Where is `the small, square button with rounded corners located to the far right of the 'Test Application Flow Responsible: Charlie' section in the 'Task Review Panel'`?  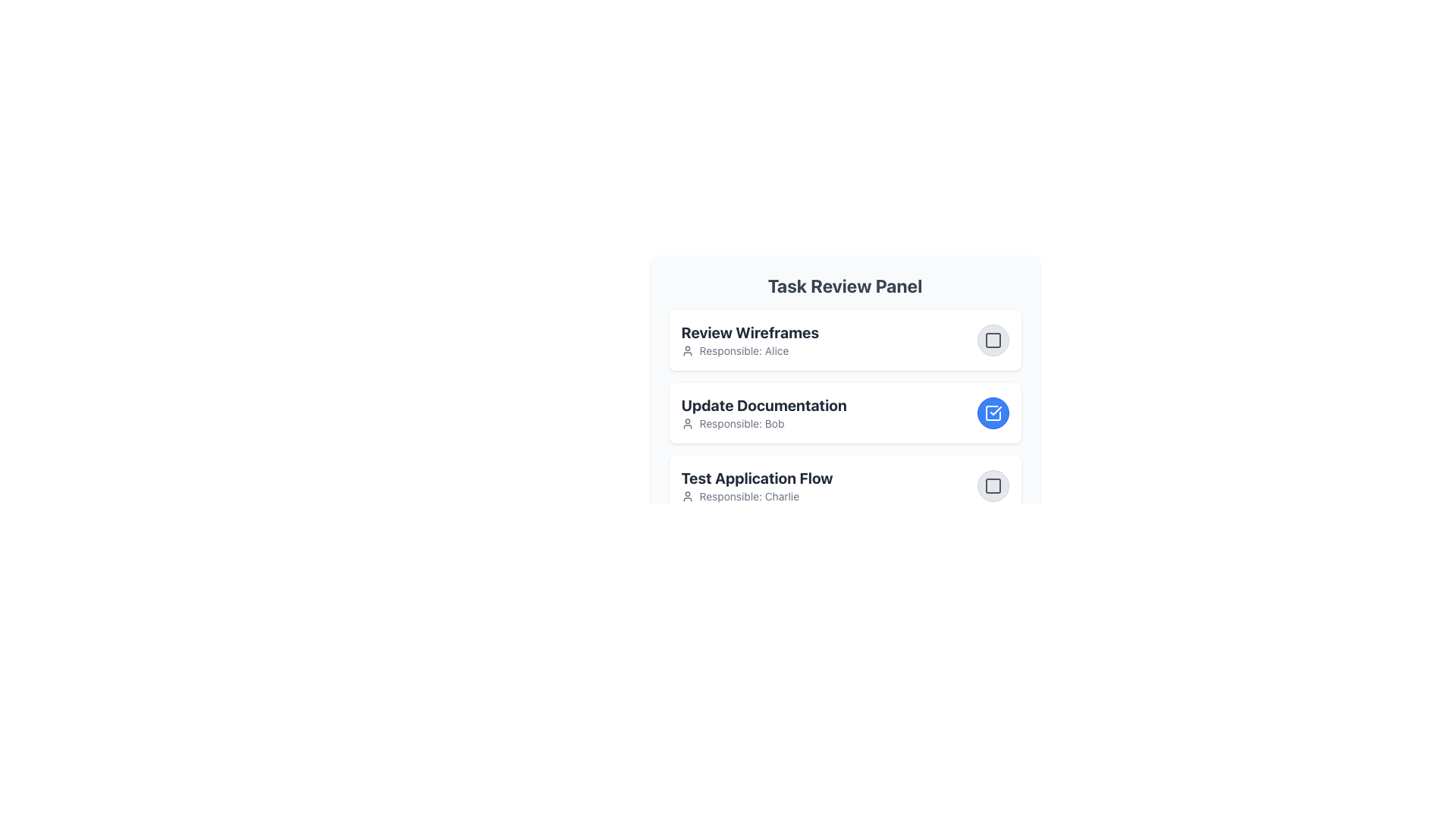
the small, square button with rounded corners located to the far right of the 'Test Application Flow Responsible: Charlie' section in the 'Task Review Panel' is located at coordinates (993, 485).